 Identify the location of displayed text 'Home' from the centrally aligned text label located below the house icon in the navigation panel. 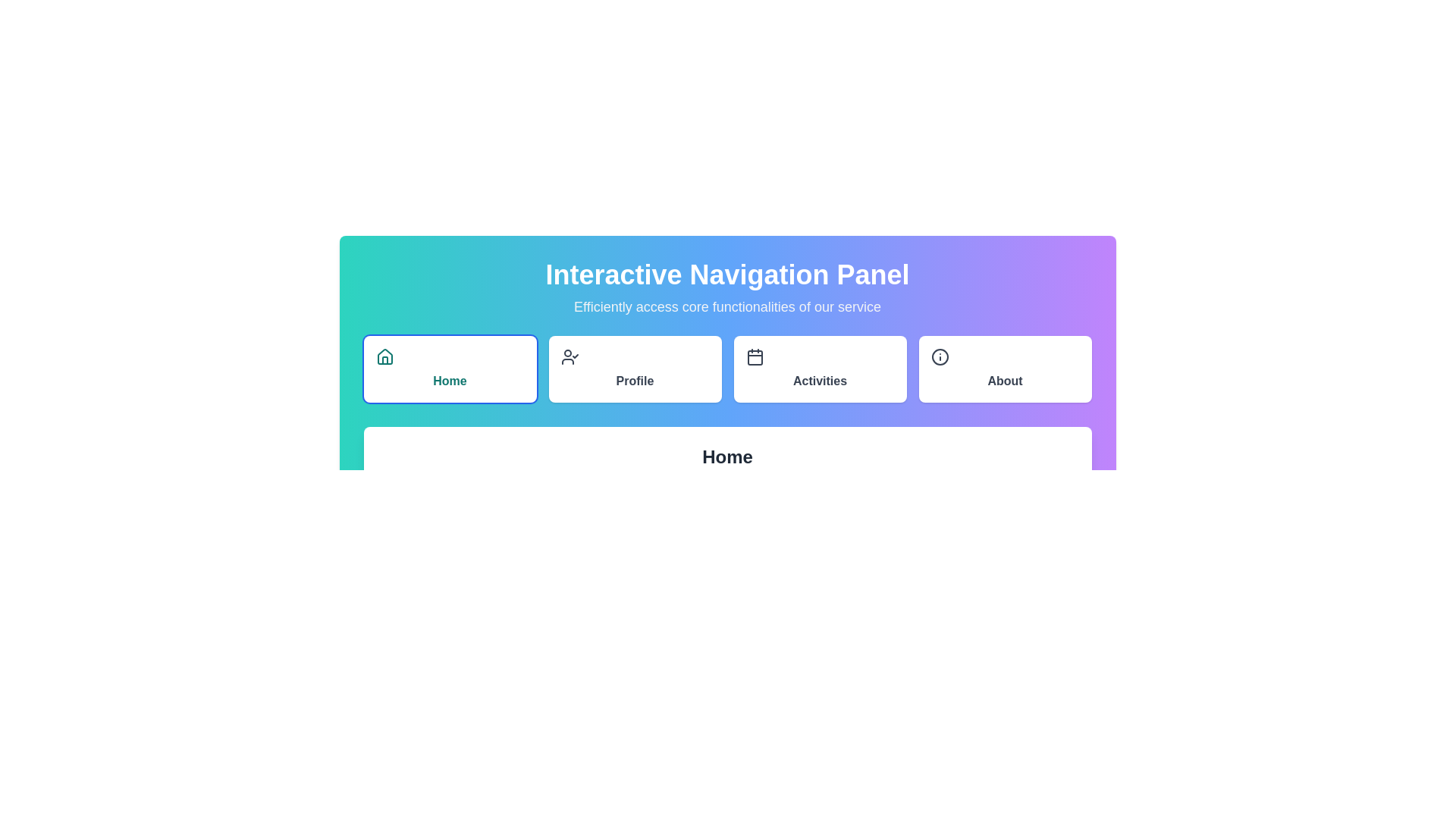
(449, 380).